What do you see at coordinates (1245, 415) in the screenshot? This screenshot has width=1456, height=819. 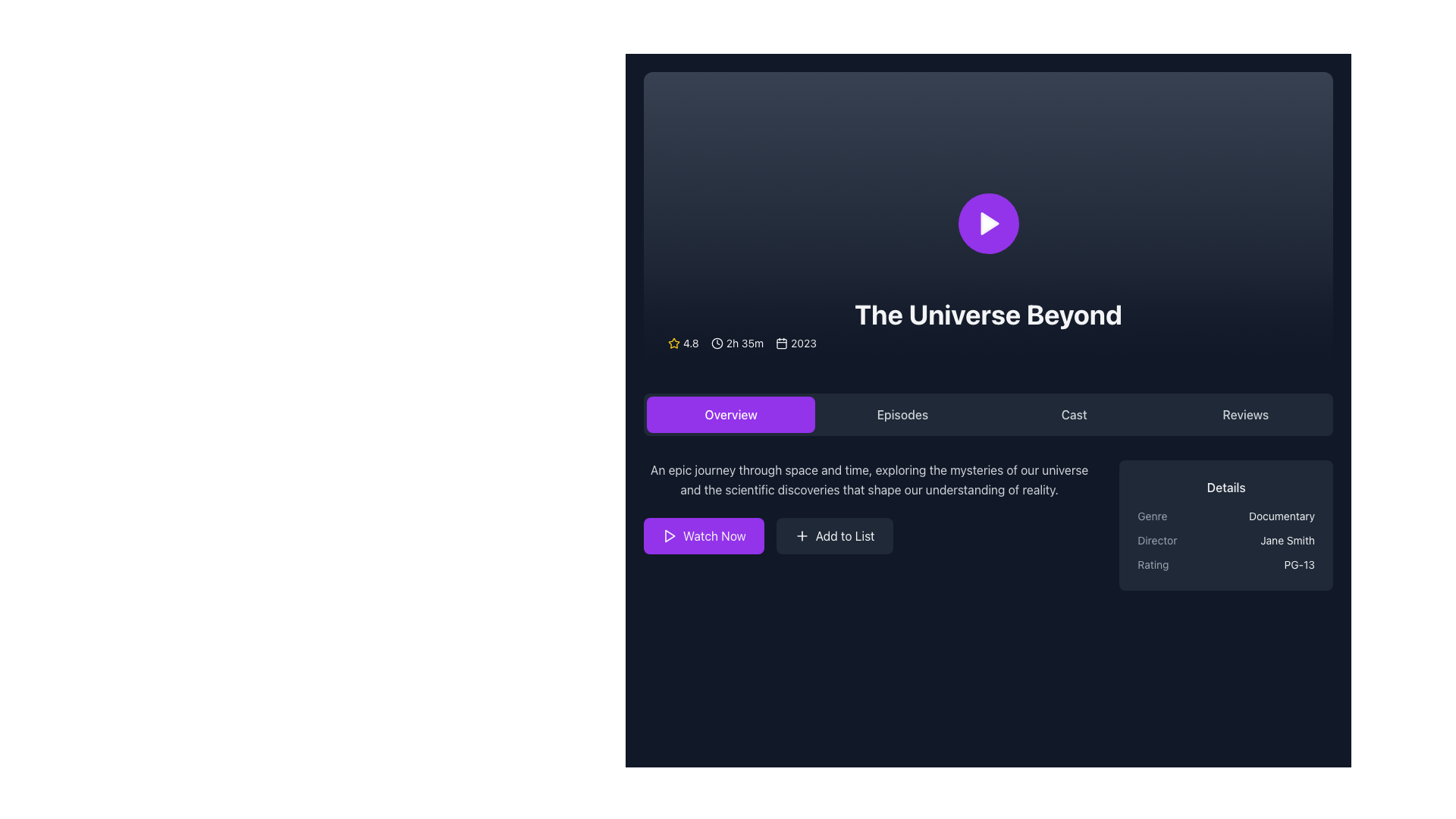 I see `the fourth button in a horizontal group of tabs, positioned at the top-right of the group, to activate the hover effect` at bounding box center [1245, 415].